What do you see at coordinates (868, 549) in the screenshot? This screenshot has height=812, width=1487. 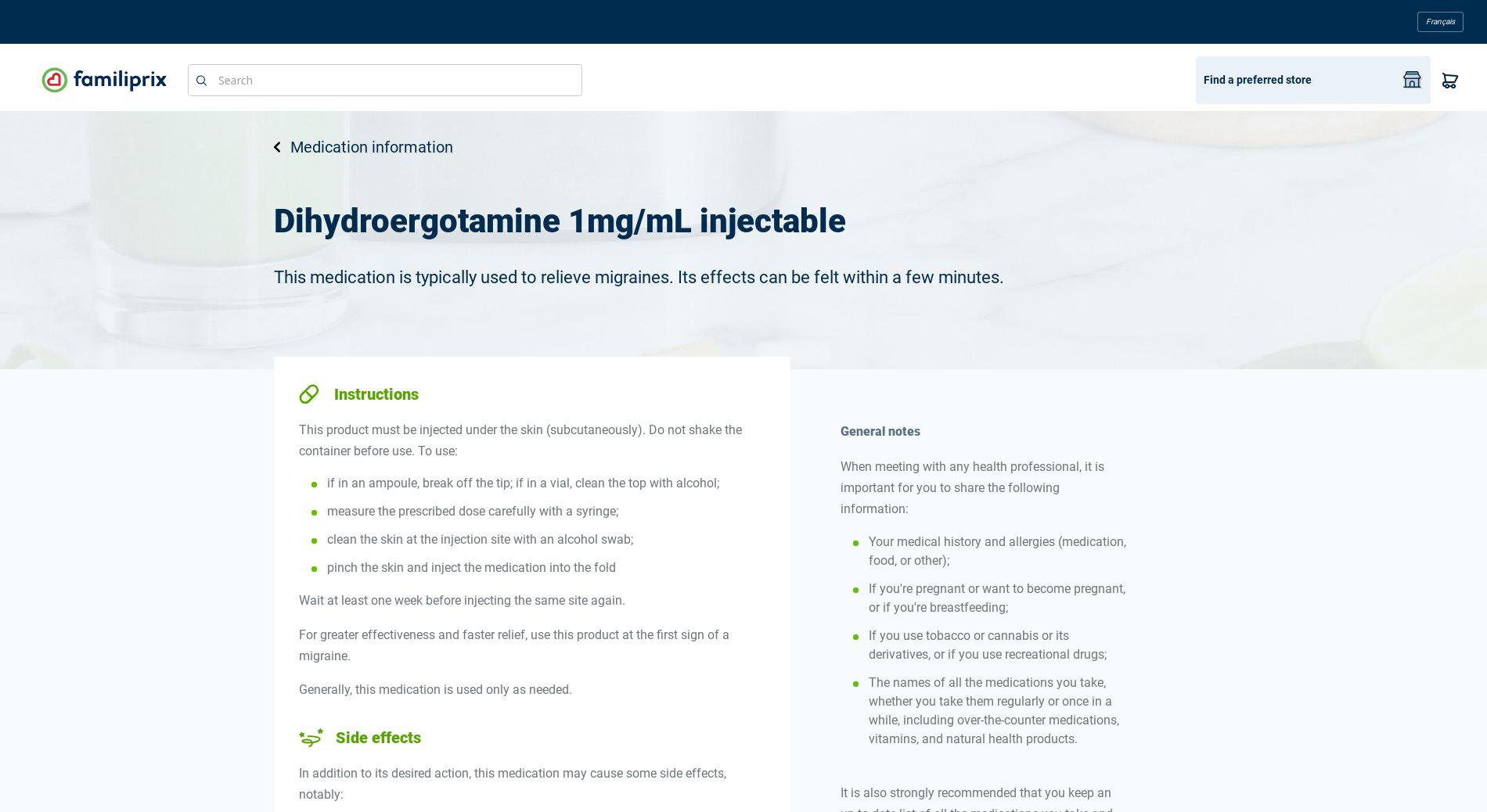 I see `'Your medical history and allergies (medication, food, or other);'` at bounding box center [868, 549].